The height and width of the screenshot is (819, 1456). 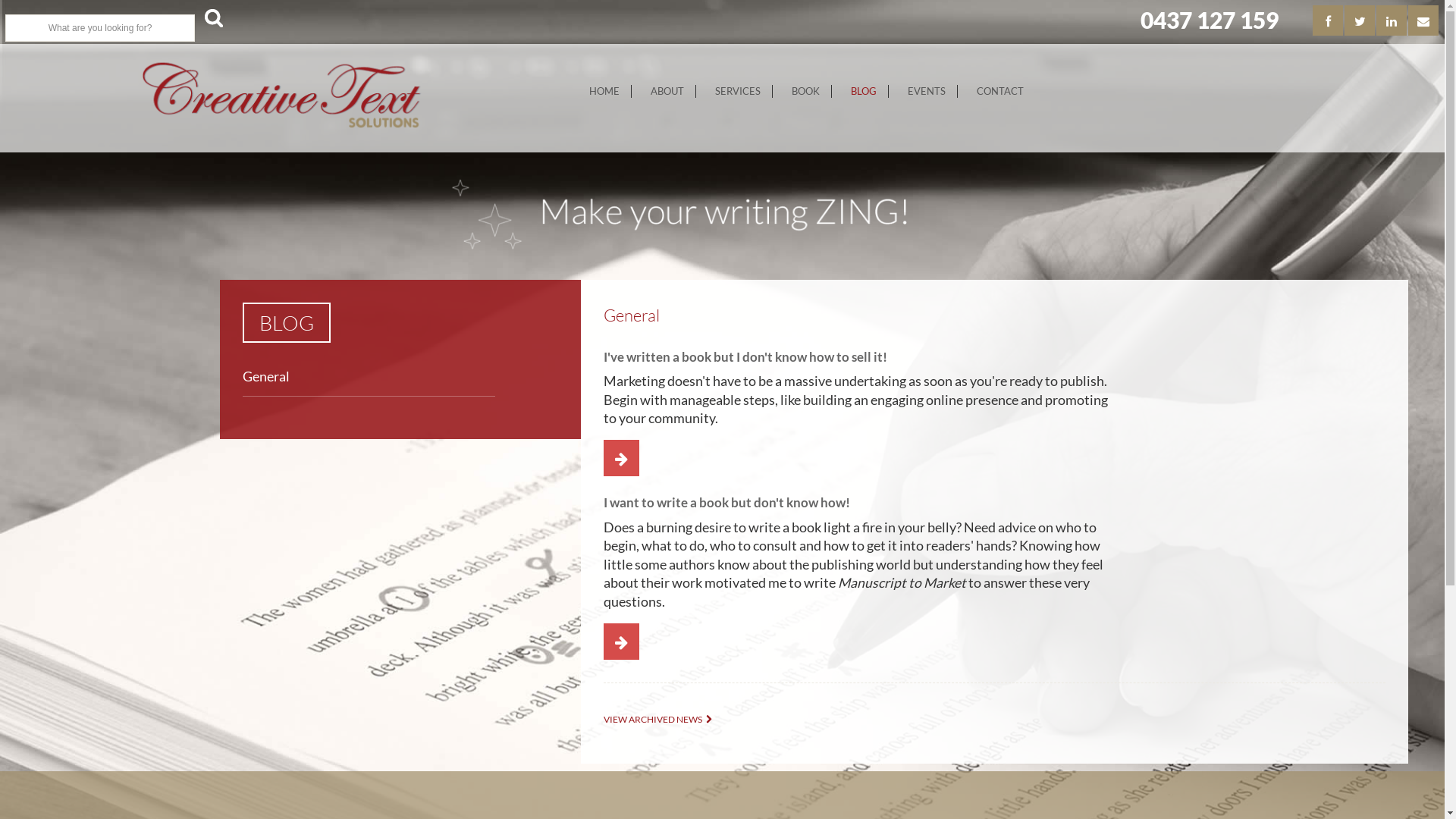 I want to click on 'BOOK', so click(x=805, y=91).